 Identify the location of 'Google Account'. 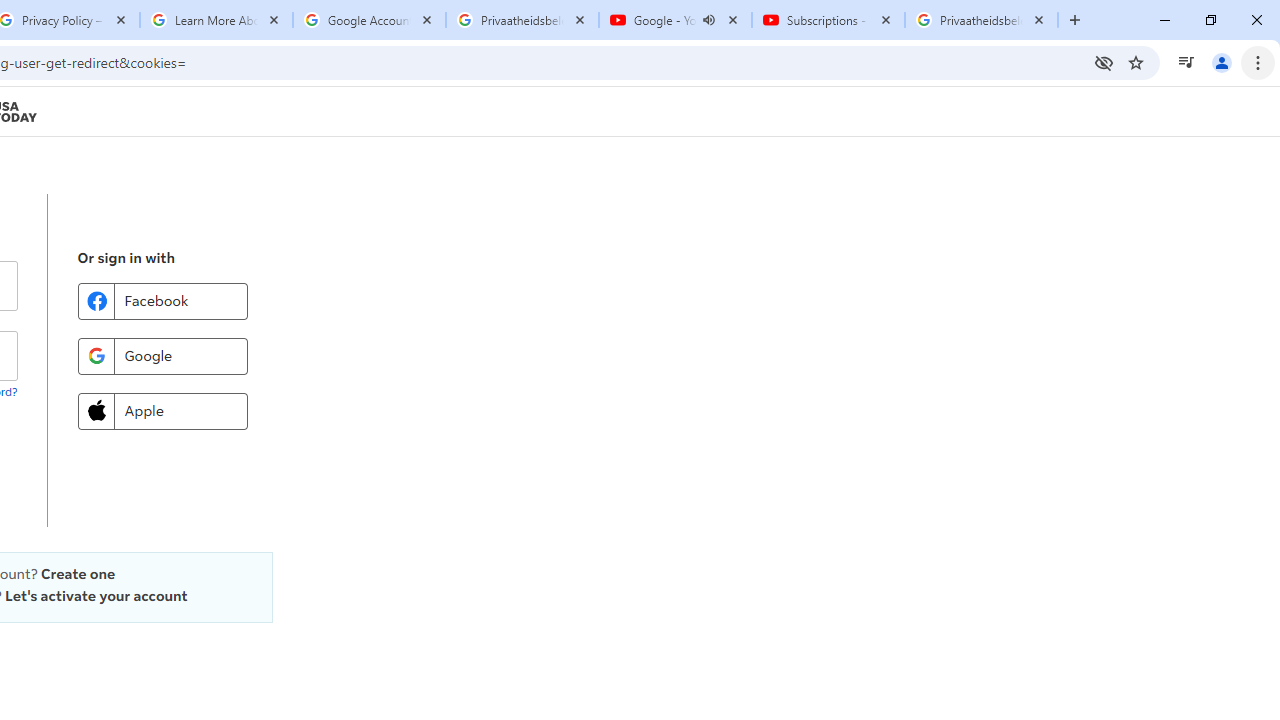
(369, 20).